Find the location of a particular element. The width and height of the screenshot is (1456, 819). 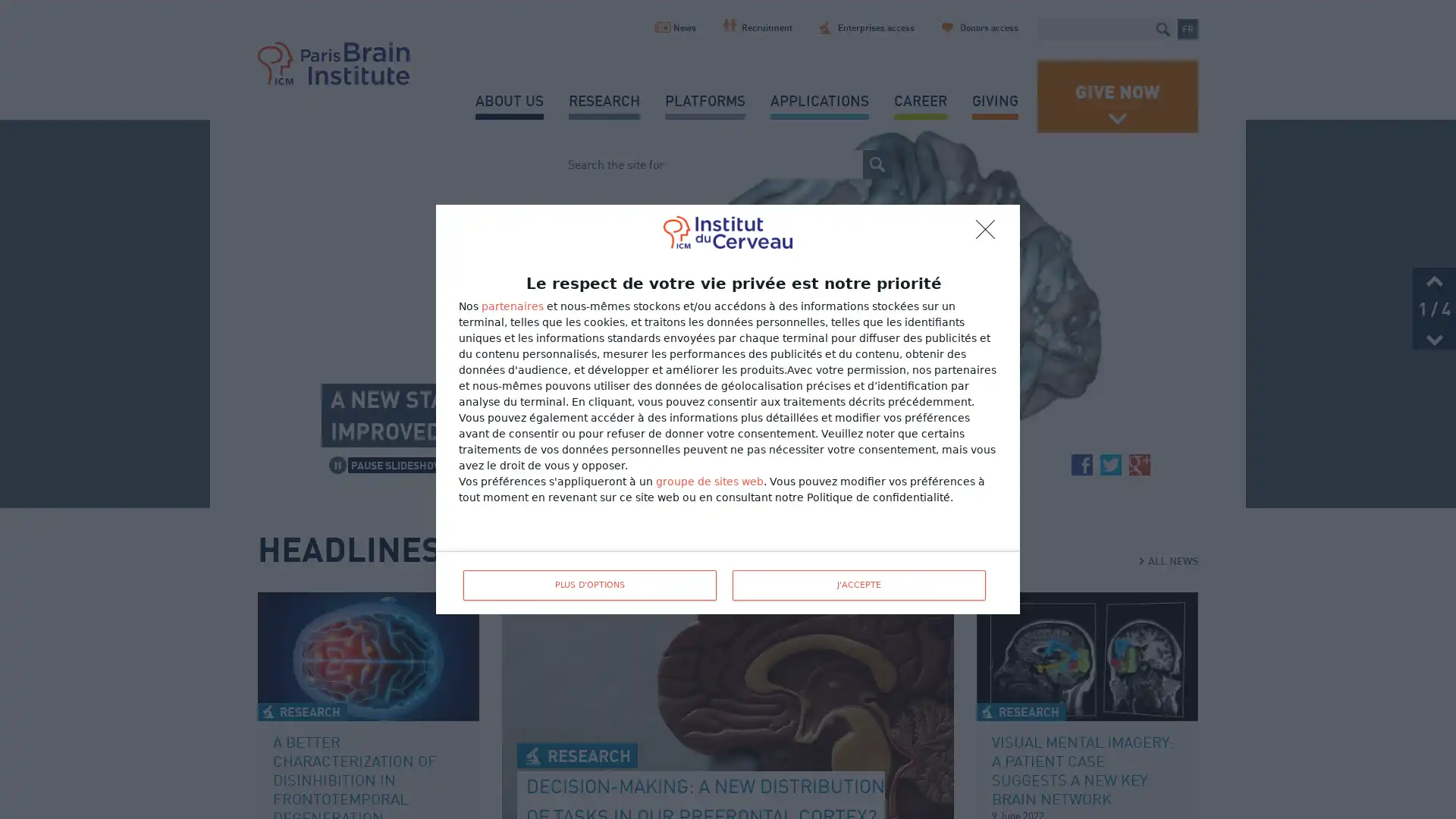

Search the site for is located at coordinates (1162, 29).